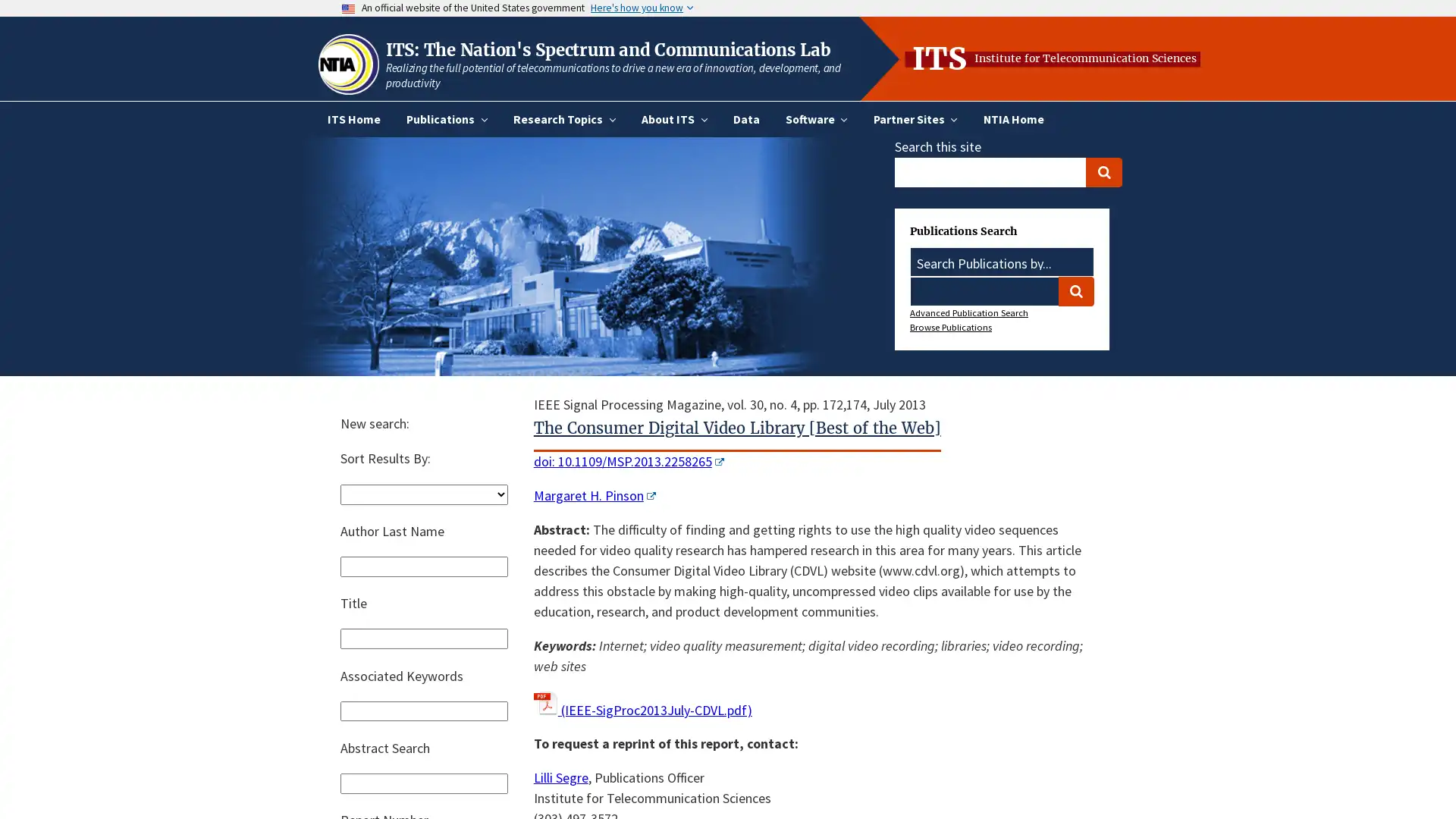 The image size is (1456, 819). Describe the element at coordinates (563, 118) in the screenshot. I see `Research Topics` at that location.